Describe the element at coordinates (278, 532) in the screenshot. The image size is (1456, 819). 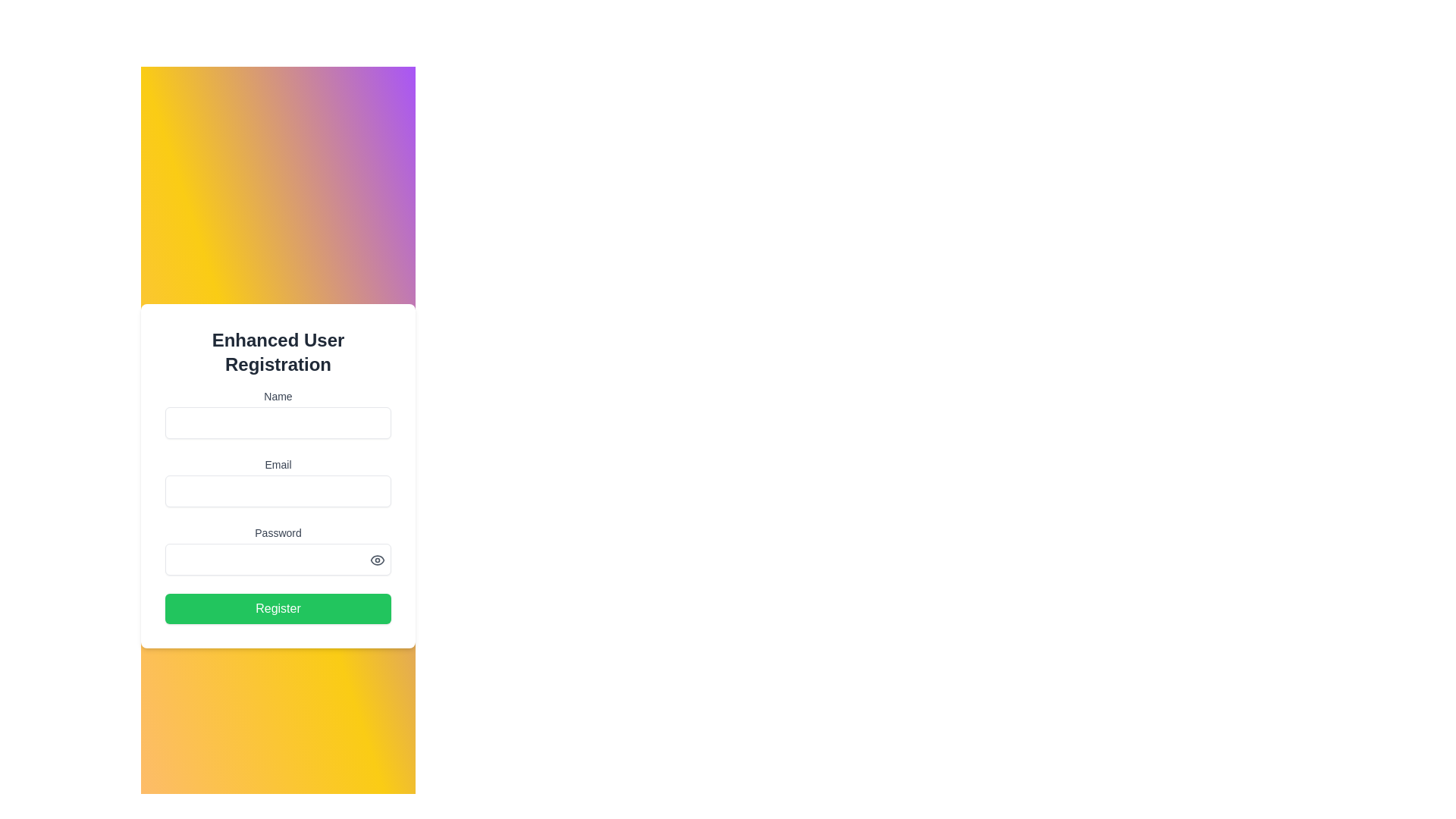
I see `the 'Password' text label located above the password input field in the form interface` at that location.